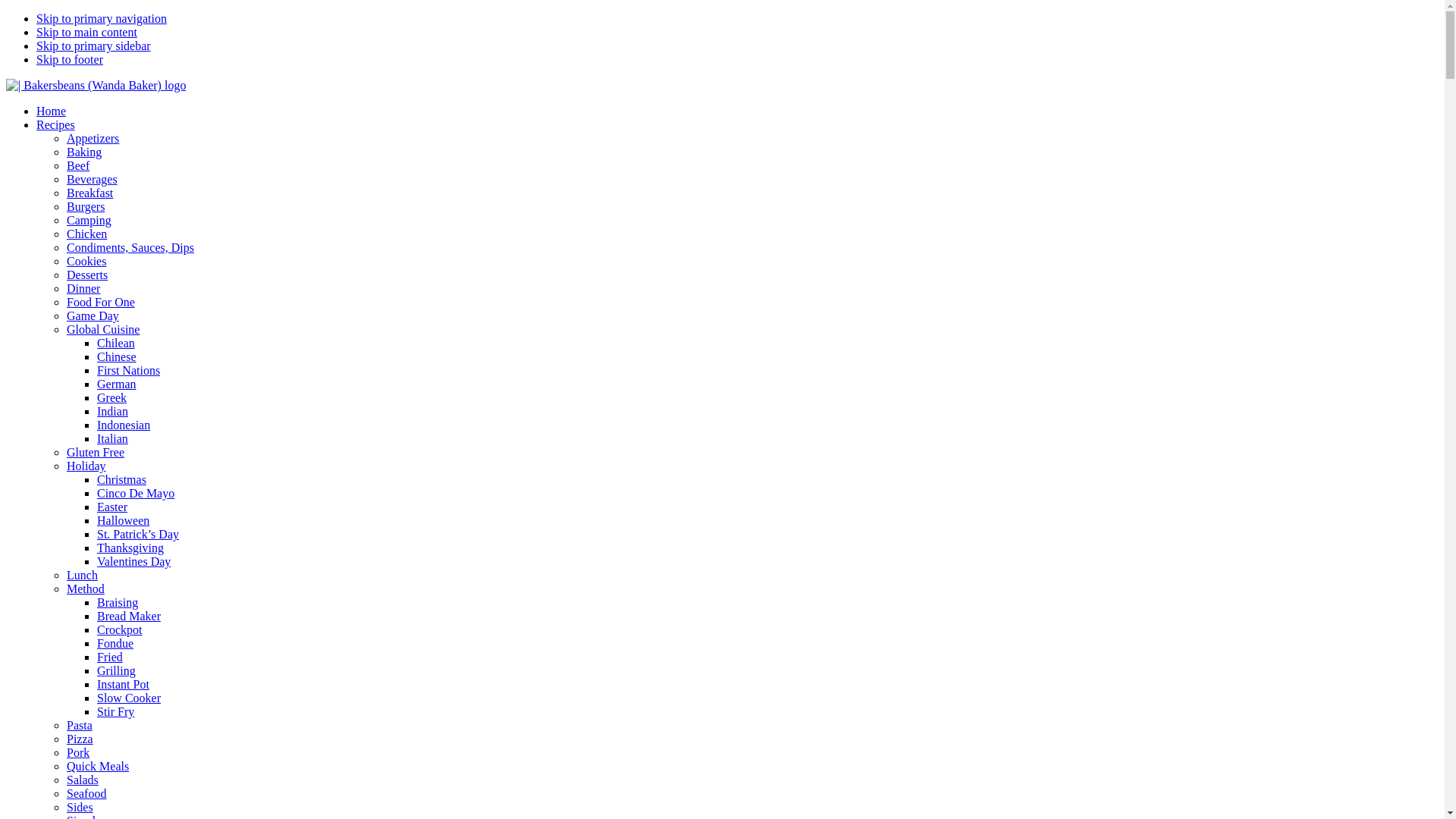 The image size is (1456, 819). Describe the element at coordinates (83, 152) in the screenshot. I see `'Baking'` at that location.